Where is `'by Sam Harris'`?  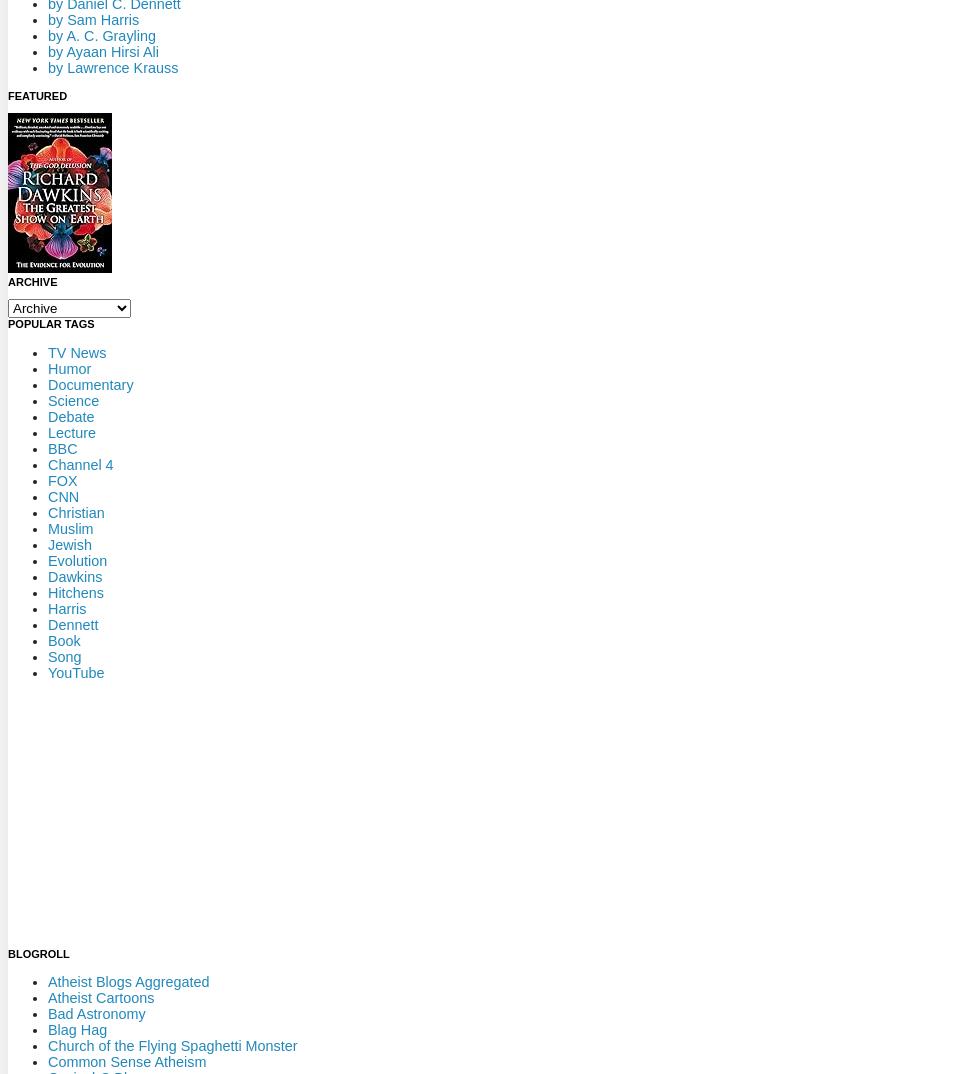 'by Sam Harris' is located at coordinates (48, 18).